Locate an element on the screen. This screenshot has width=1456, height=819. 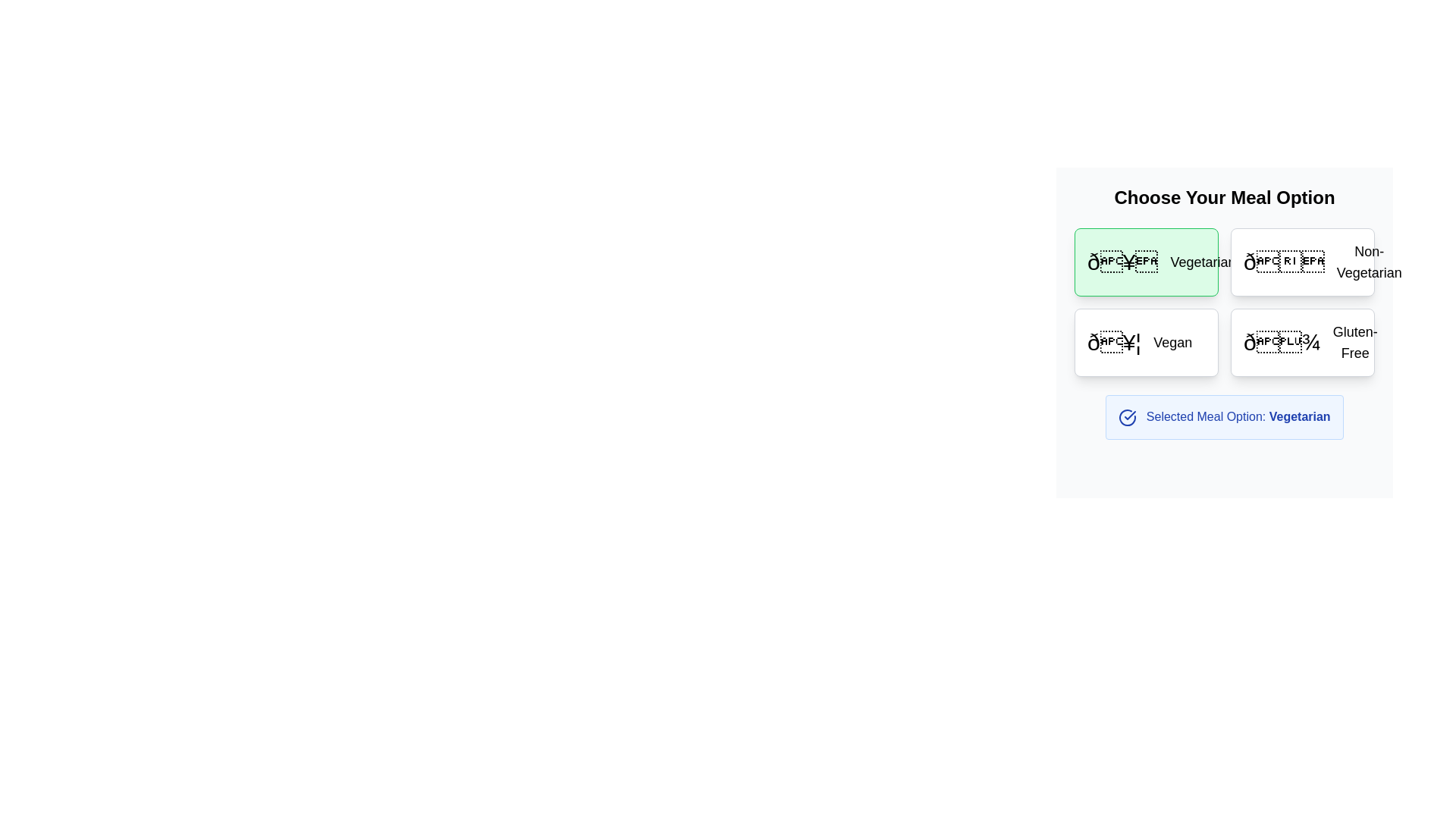
the 'Vegetarian' meal option icon, which is located to the left of the text 'Selected Meal Option: Vegetarian' in the lower section of the meal selection interface is located at coordinates (1128, 417).